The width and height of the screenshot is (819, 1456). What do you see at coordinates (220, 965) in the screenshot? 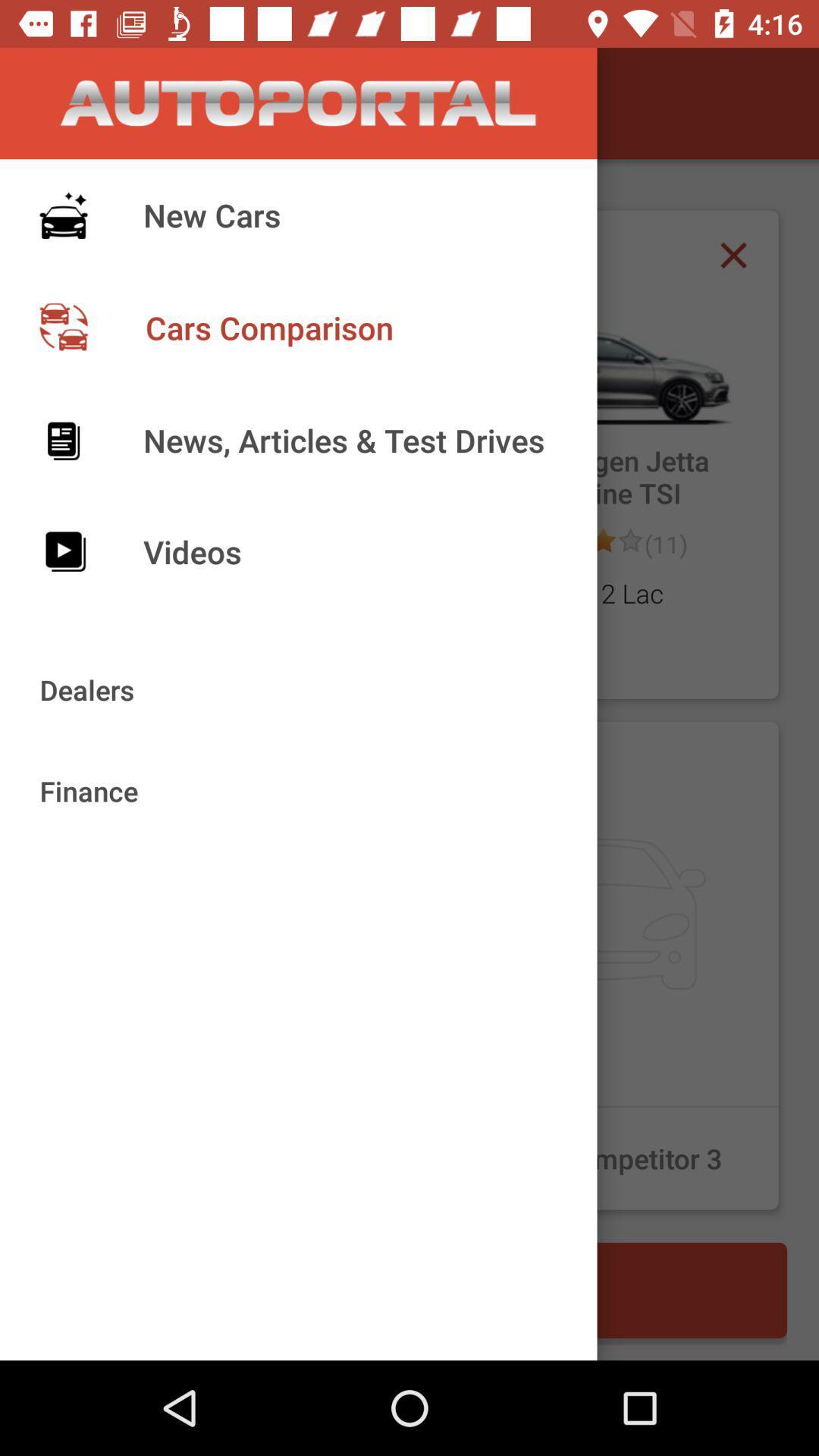
I see `finance` at bounding box center [220, 965].